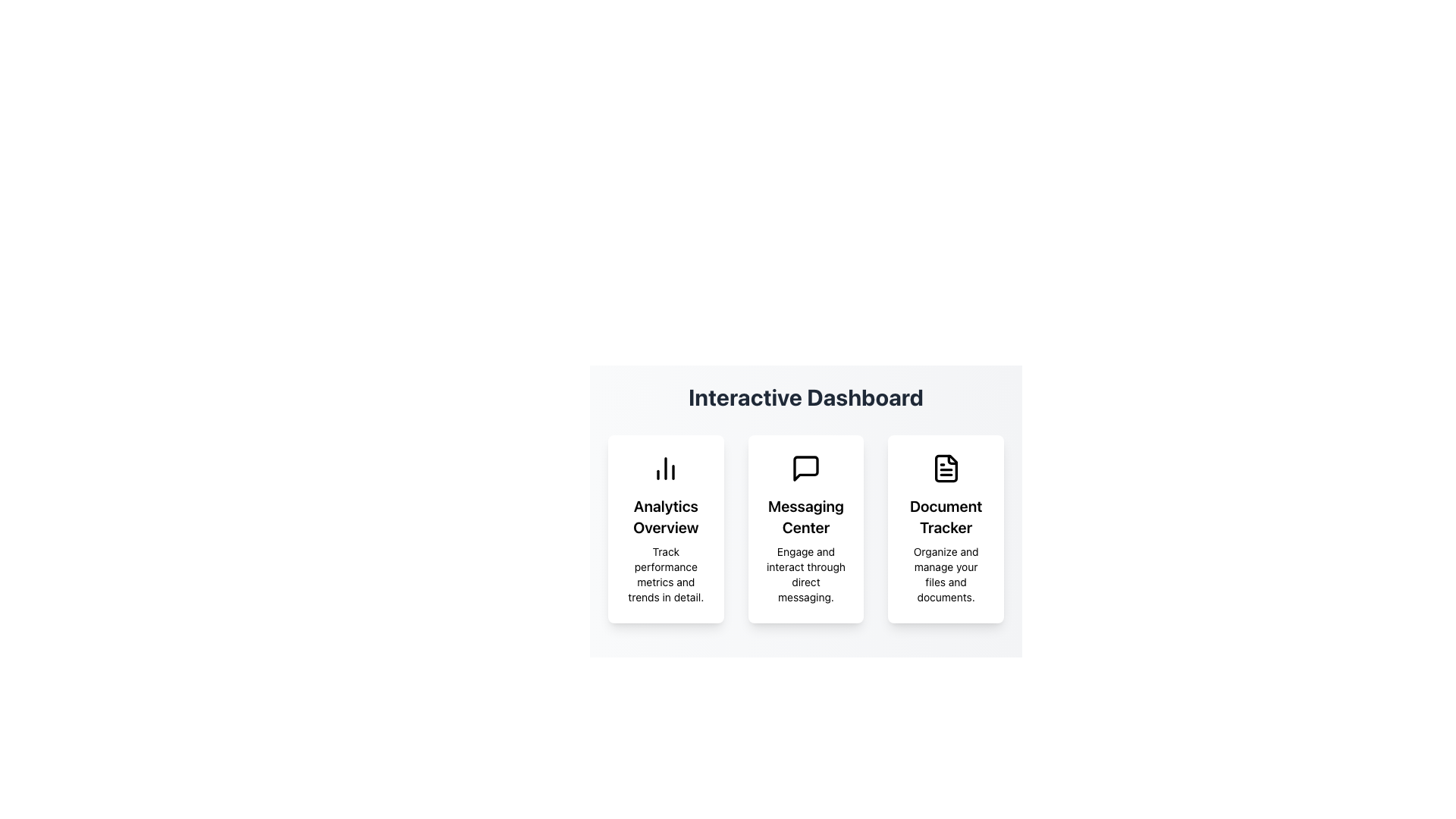 The image size is (1456, 819). I want to click on descriptive text about the 'Analytics Overview' section located beneath the title text in the leftmost card of the dashboard, so click(666, 575).